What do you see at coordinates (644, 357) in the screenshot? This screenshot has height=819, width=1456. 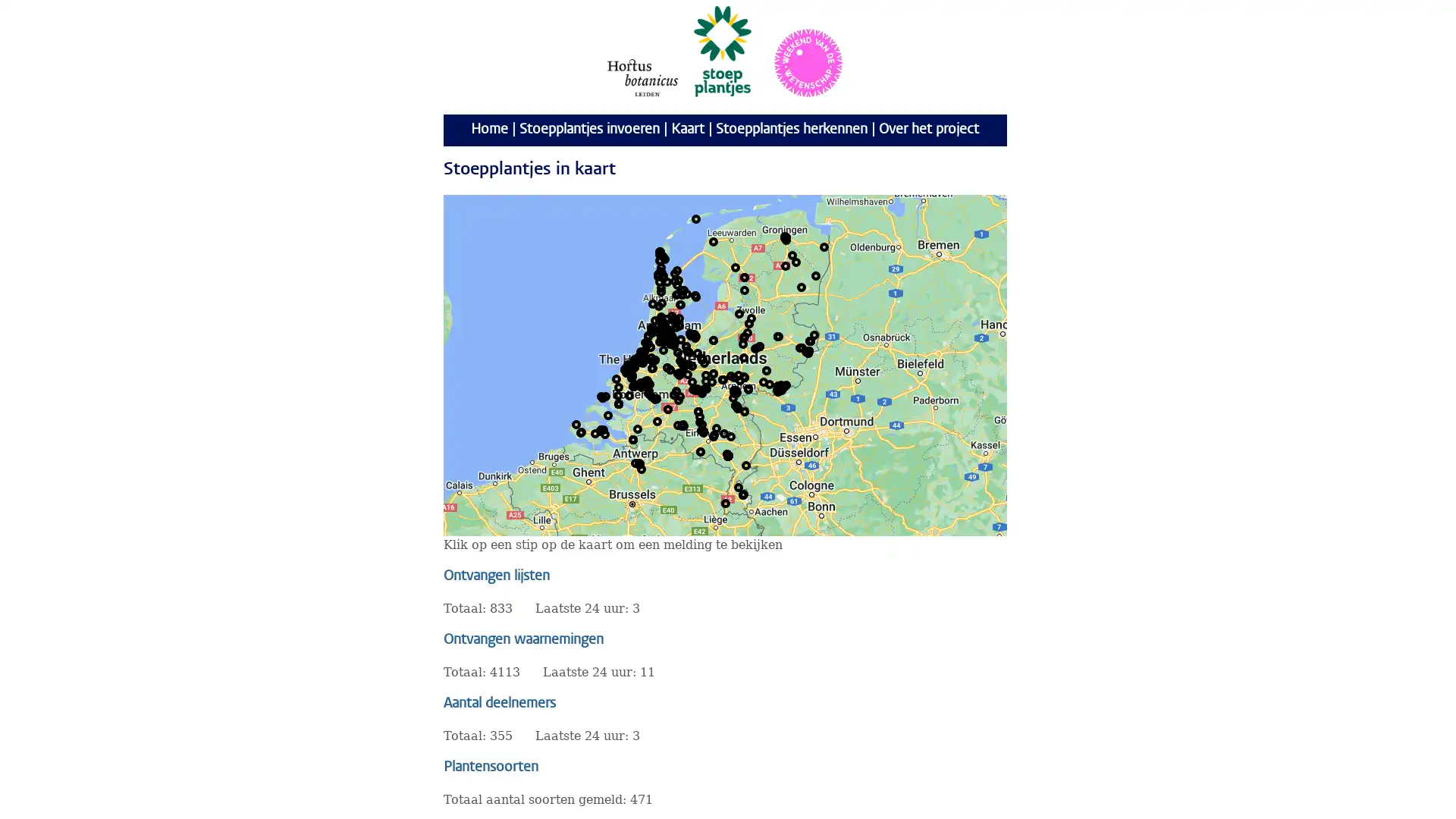 I see `Telling van Marleen op 07 oktober 2021` at bounding box center [644, 357].